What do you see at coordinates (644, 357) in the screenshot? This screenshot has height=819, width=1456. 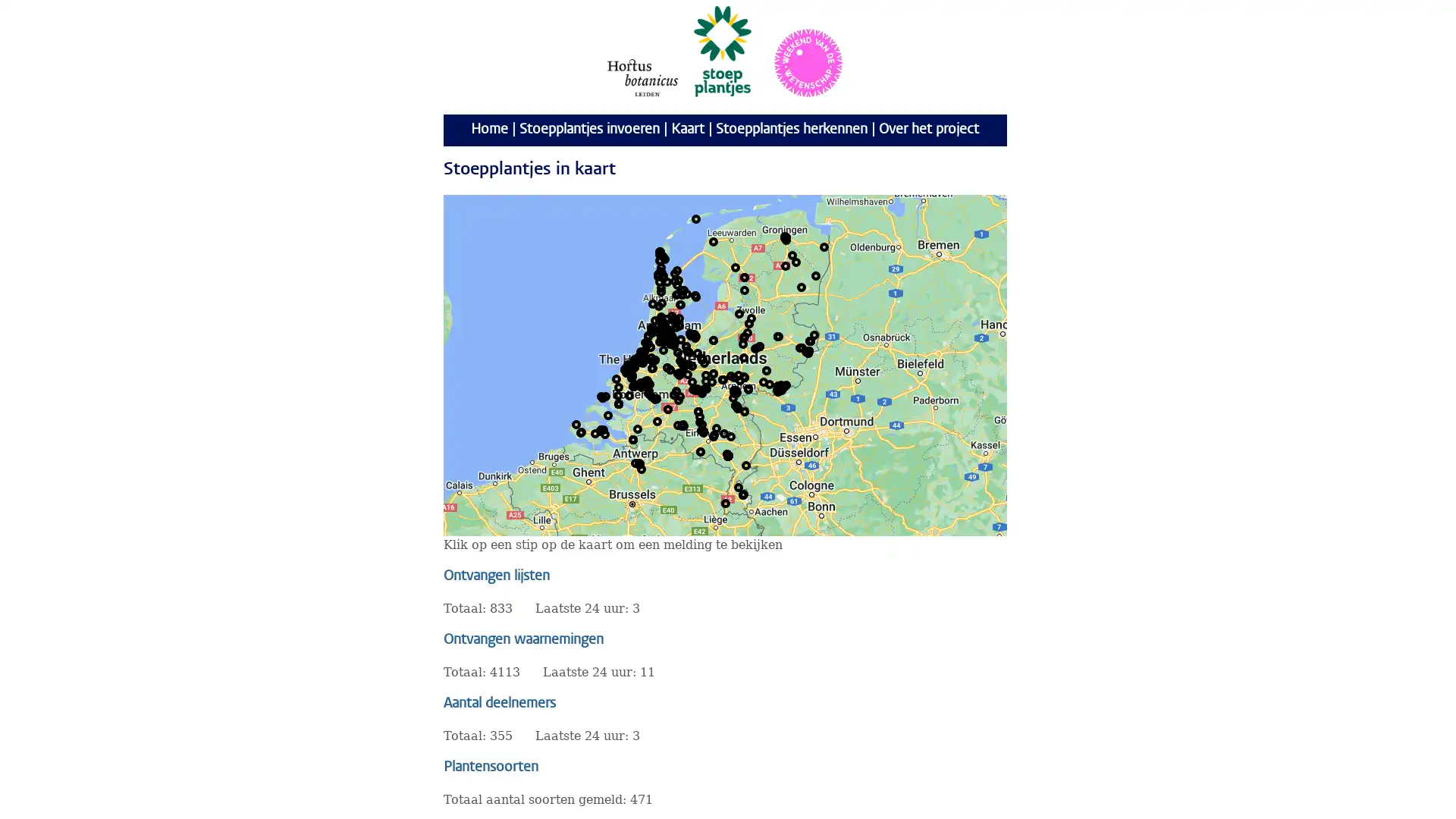 I see `Telling van Marleen op 07 oktober 2021` at bounding box center [644, 357].